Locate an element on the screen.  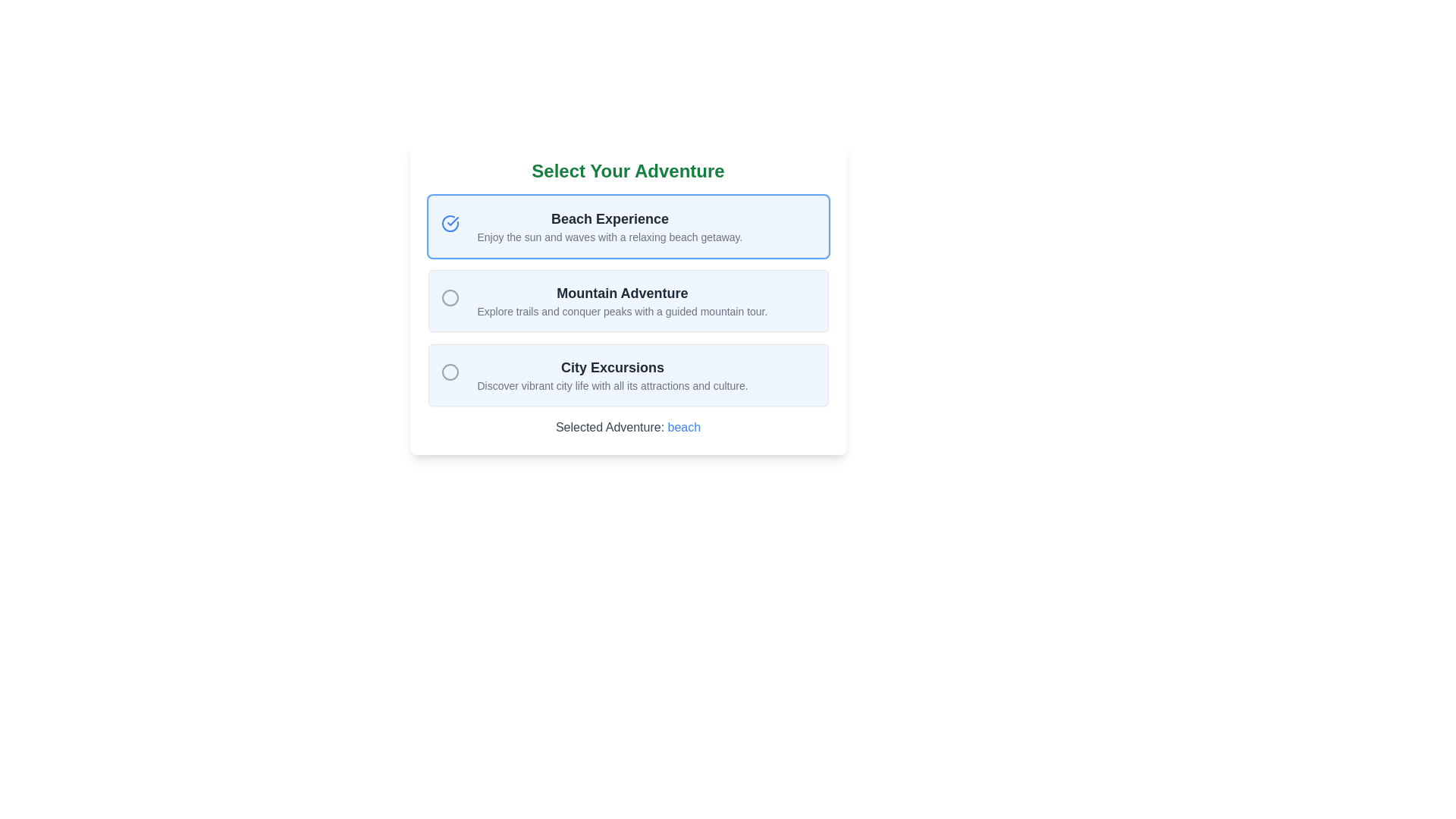
the 'City Excursions' selection icon located on the left side of its row is located at coordinates (452, 375).